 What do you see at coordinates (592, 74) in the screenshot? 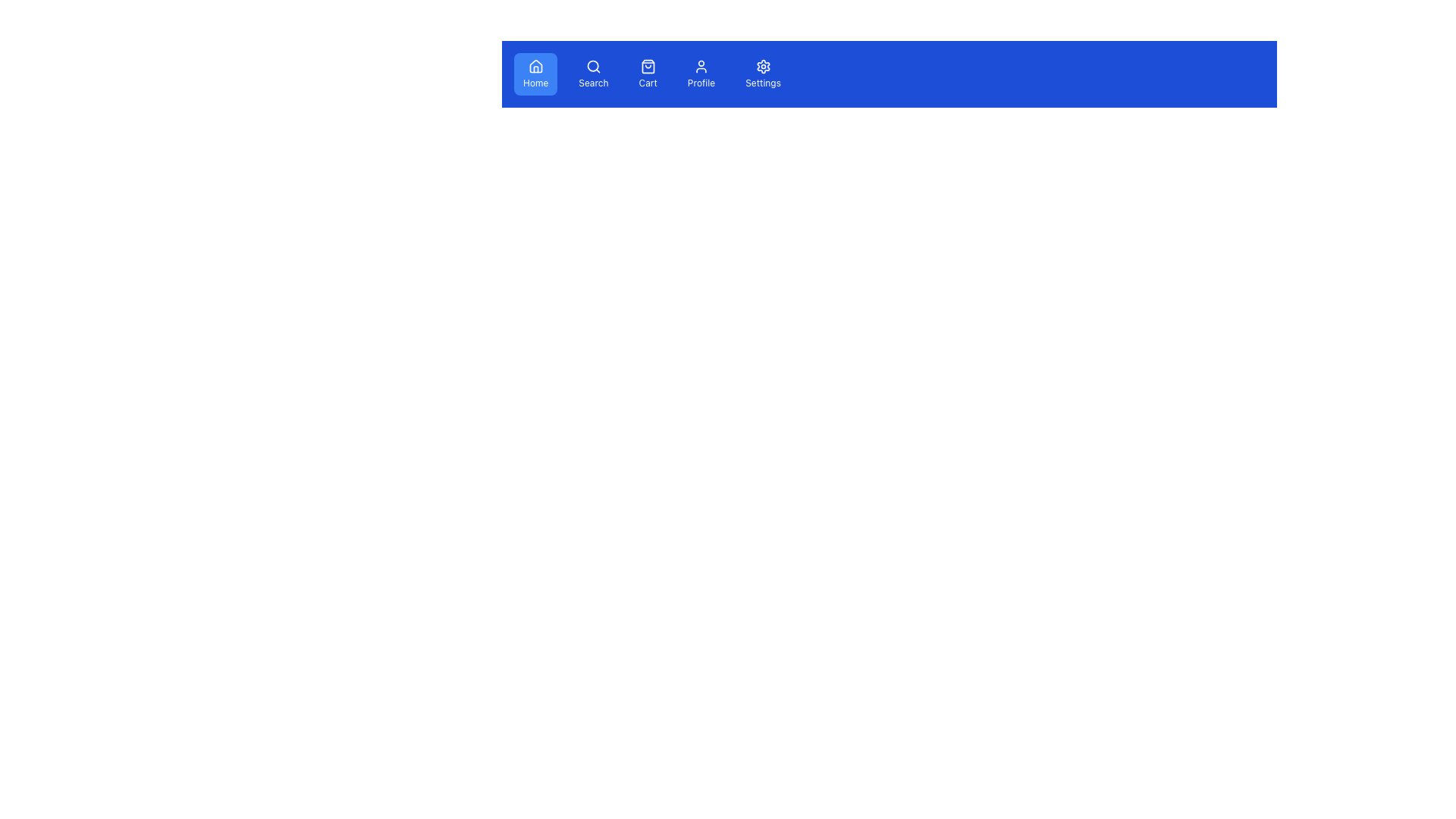
I see `the 'Search' button located in the top navigation bar` at bounding box center [592, 74].